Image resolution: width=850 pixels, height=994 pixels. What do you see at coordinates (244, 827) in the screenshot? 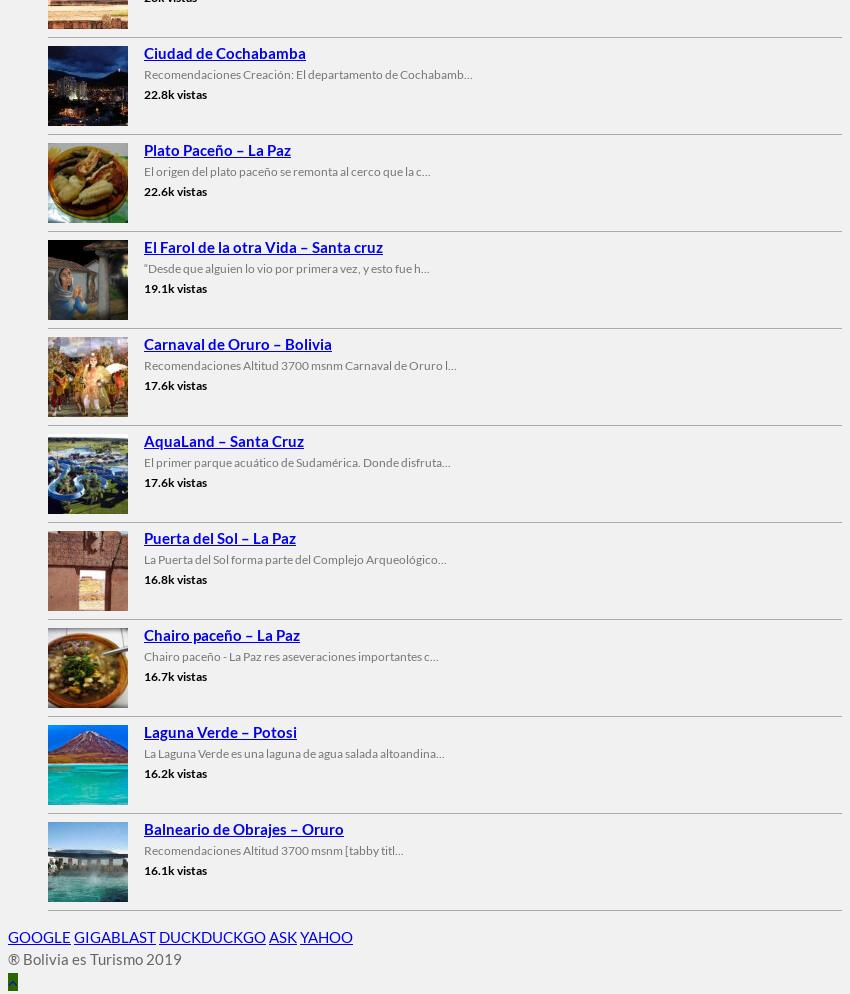
I see `'Balneario de Obrajes – Oruro'` at bounding box center [244, 827].